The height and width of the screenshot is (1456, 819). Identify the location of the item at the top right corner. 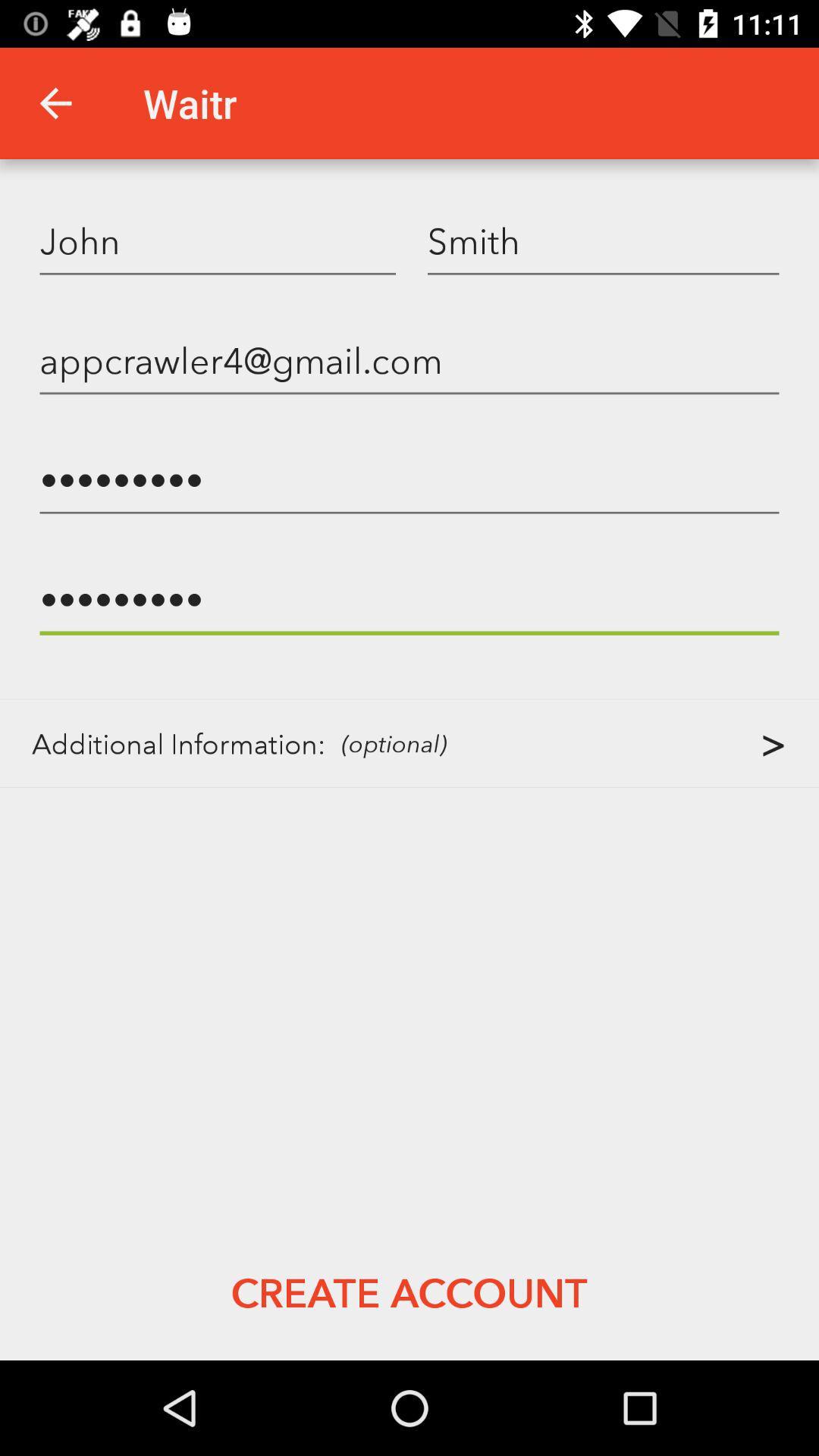
(602, 240).